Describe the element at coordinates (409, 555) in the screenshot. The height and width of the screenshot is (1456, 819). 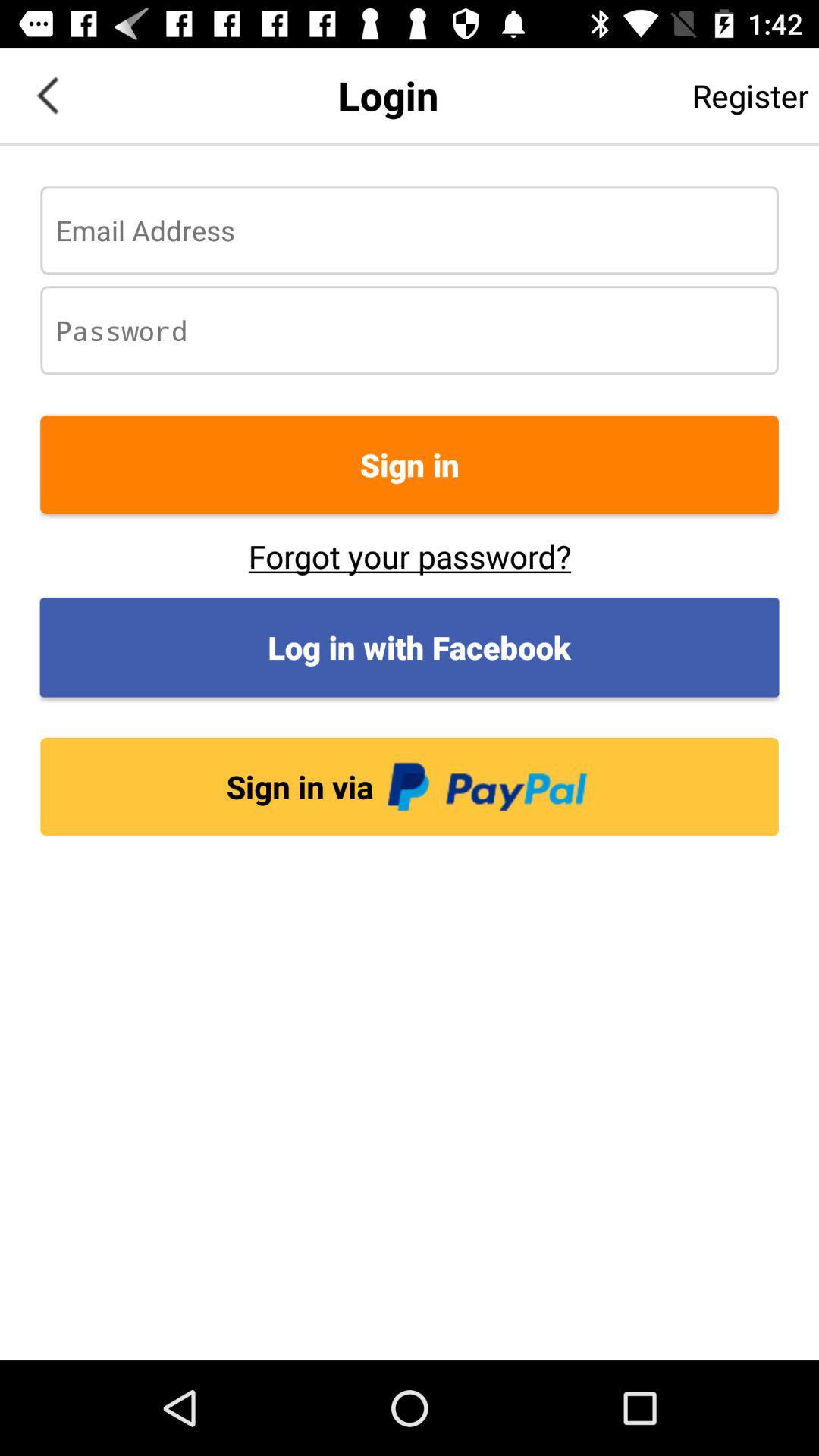
I see `forgot your password? icon` at that location.